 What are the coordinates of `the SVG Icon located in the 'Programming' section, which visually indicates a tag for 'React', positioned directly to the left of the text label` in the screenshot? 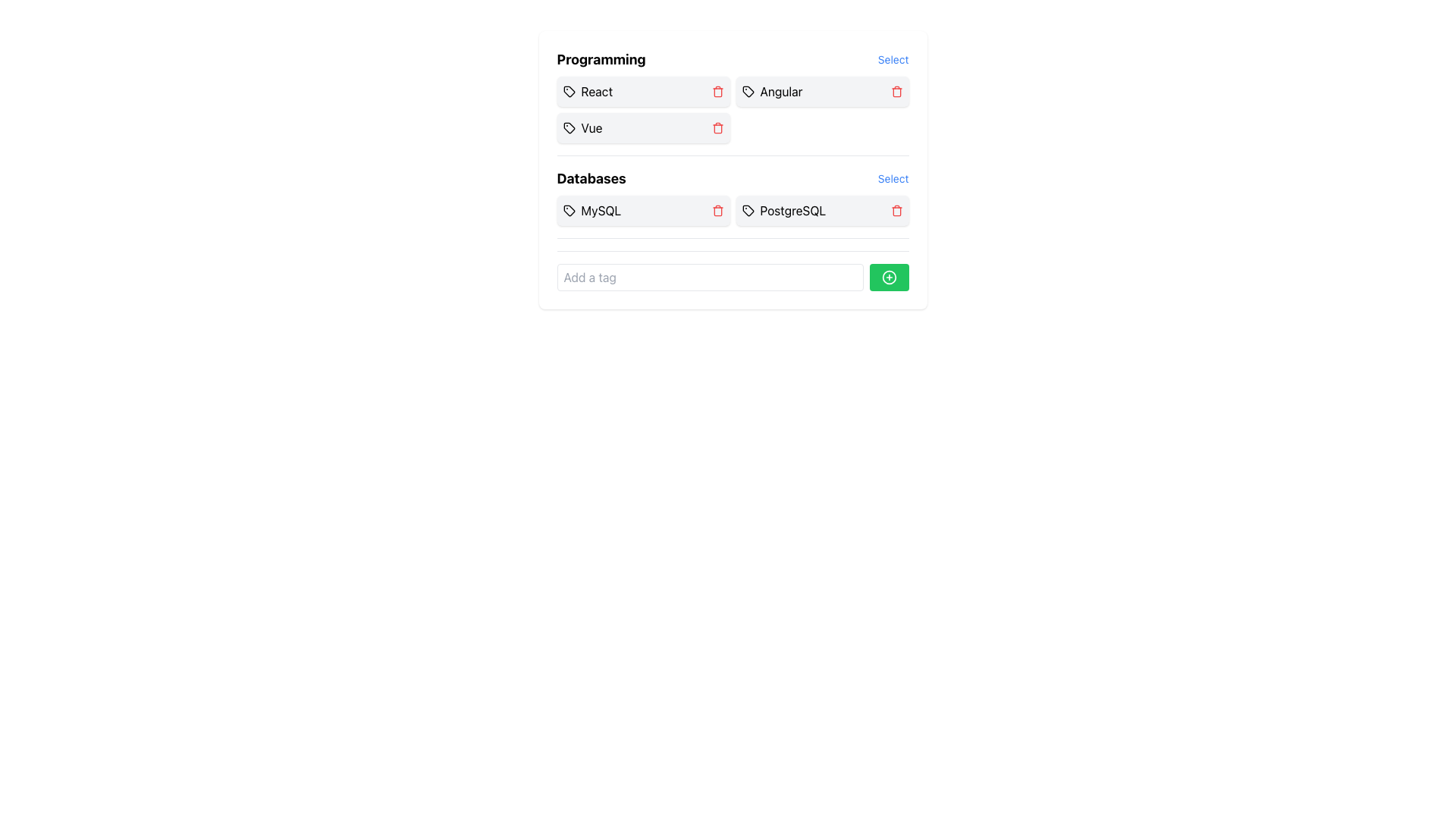 It's located at (568, 91).